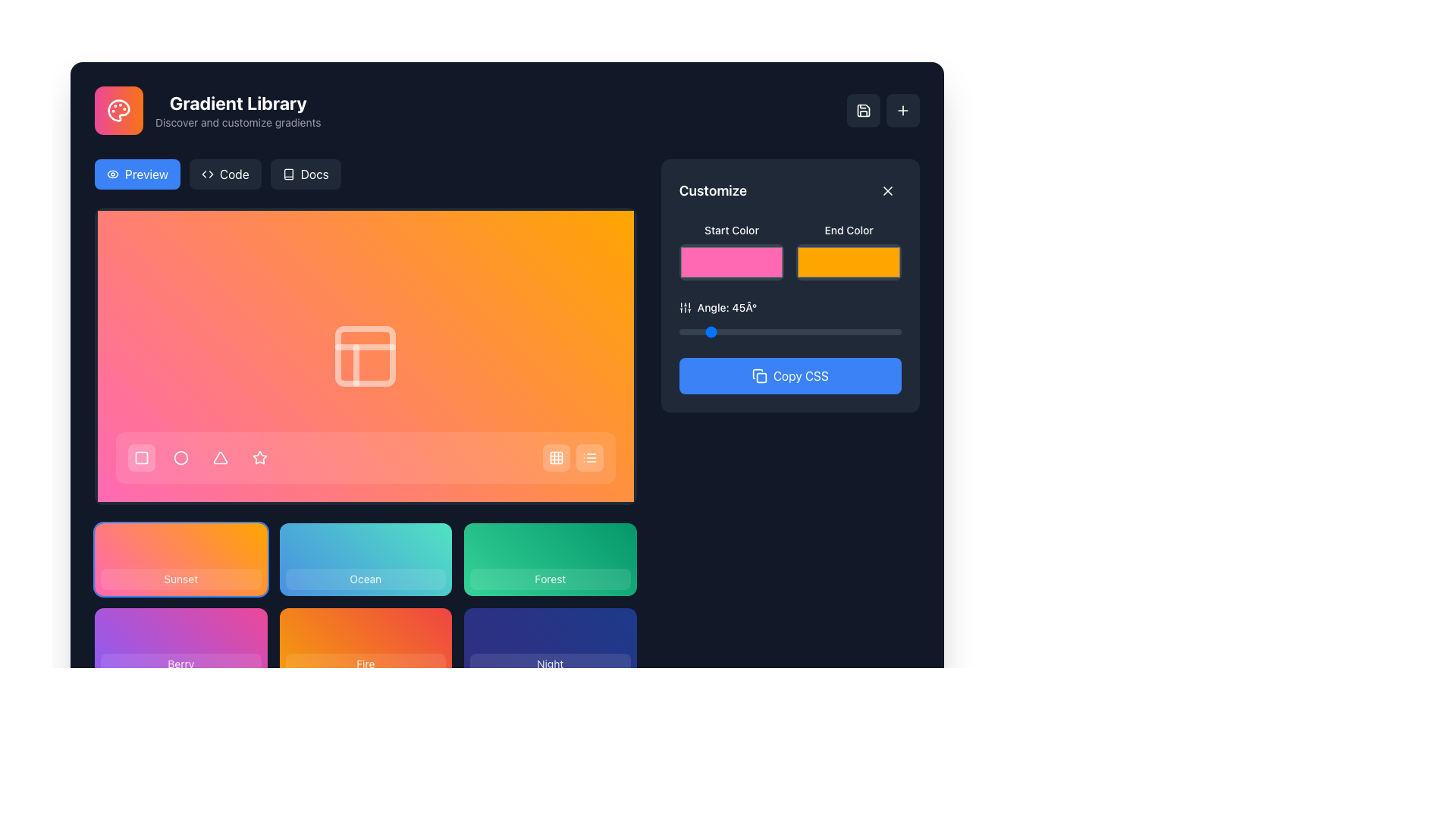  What do you see at coordinates (789, 251) in the screenshot?
I see `the 'End Color' section of the color selection interface` at bounding box center [789, 251].